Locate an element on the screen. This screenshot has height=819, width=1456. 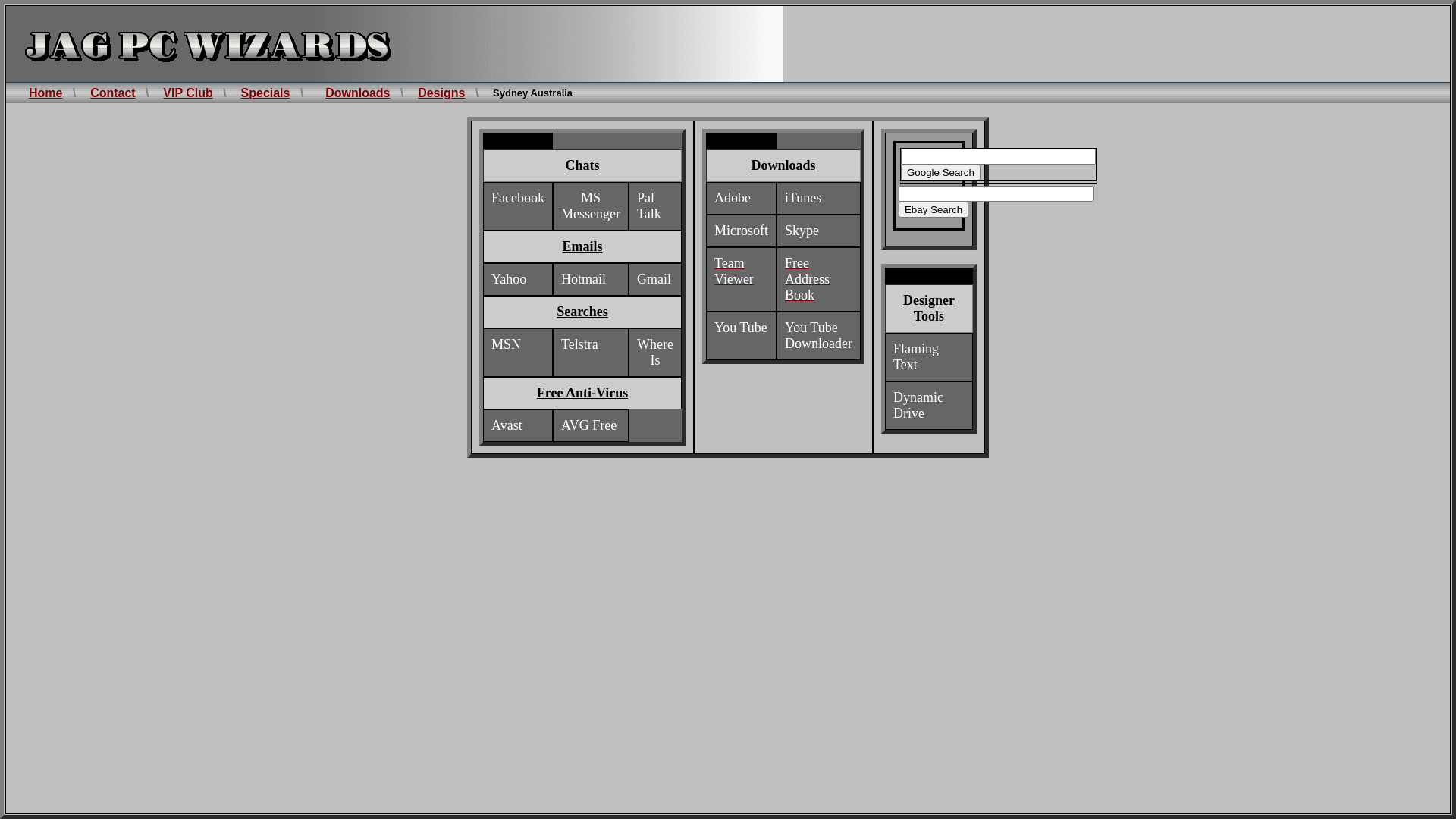
'You Tube is located at coordinates (817, 335).